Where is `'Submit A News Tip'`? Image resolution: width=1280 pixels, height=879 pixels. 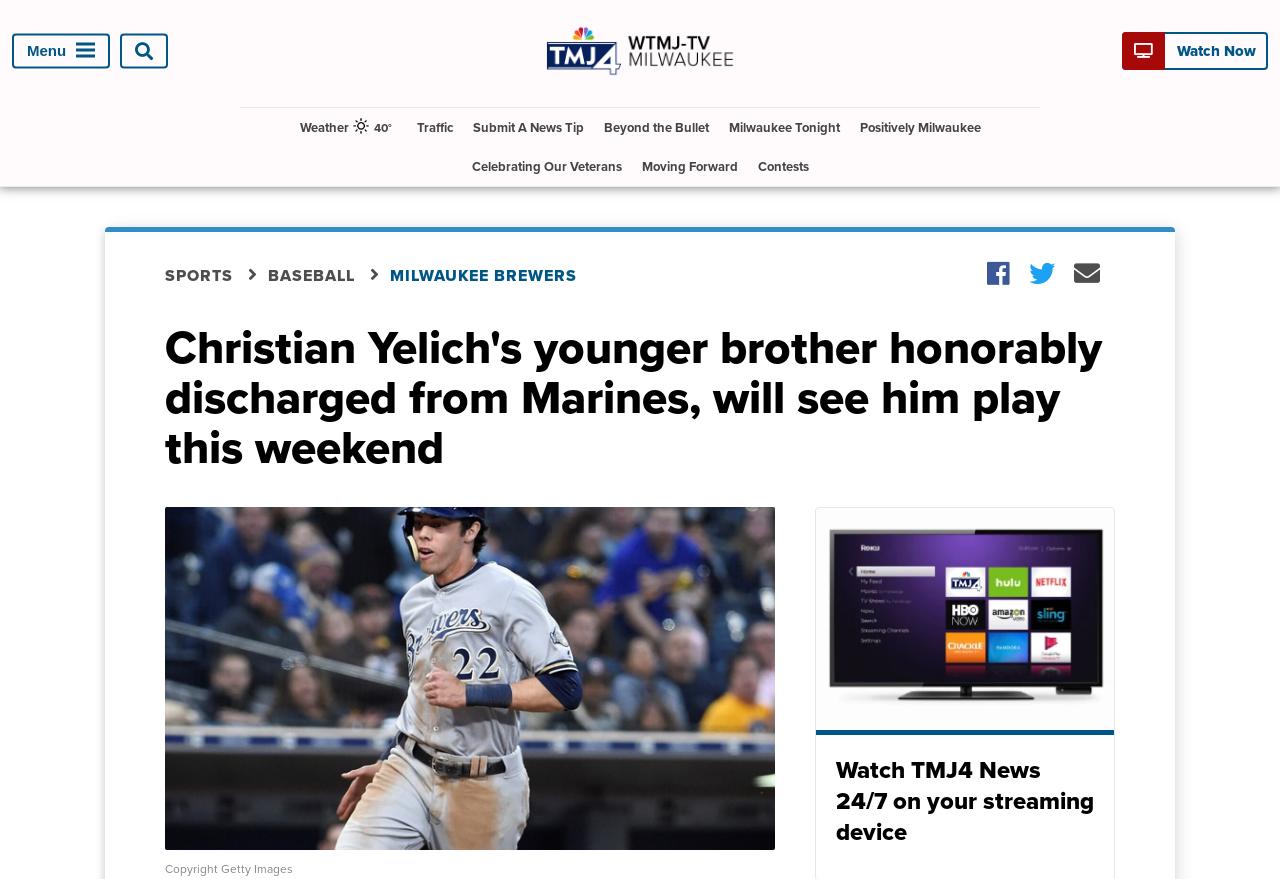 'Submit A News Tip' is located at coordinates (527, 126).